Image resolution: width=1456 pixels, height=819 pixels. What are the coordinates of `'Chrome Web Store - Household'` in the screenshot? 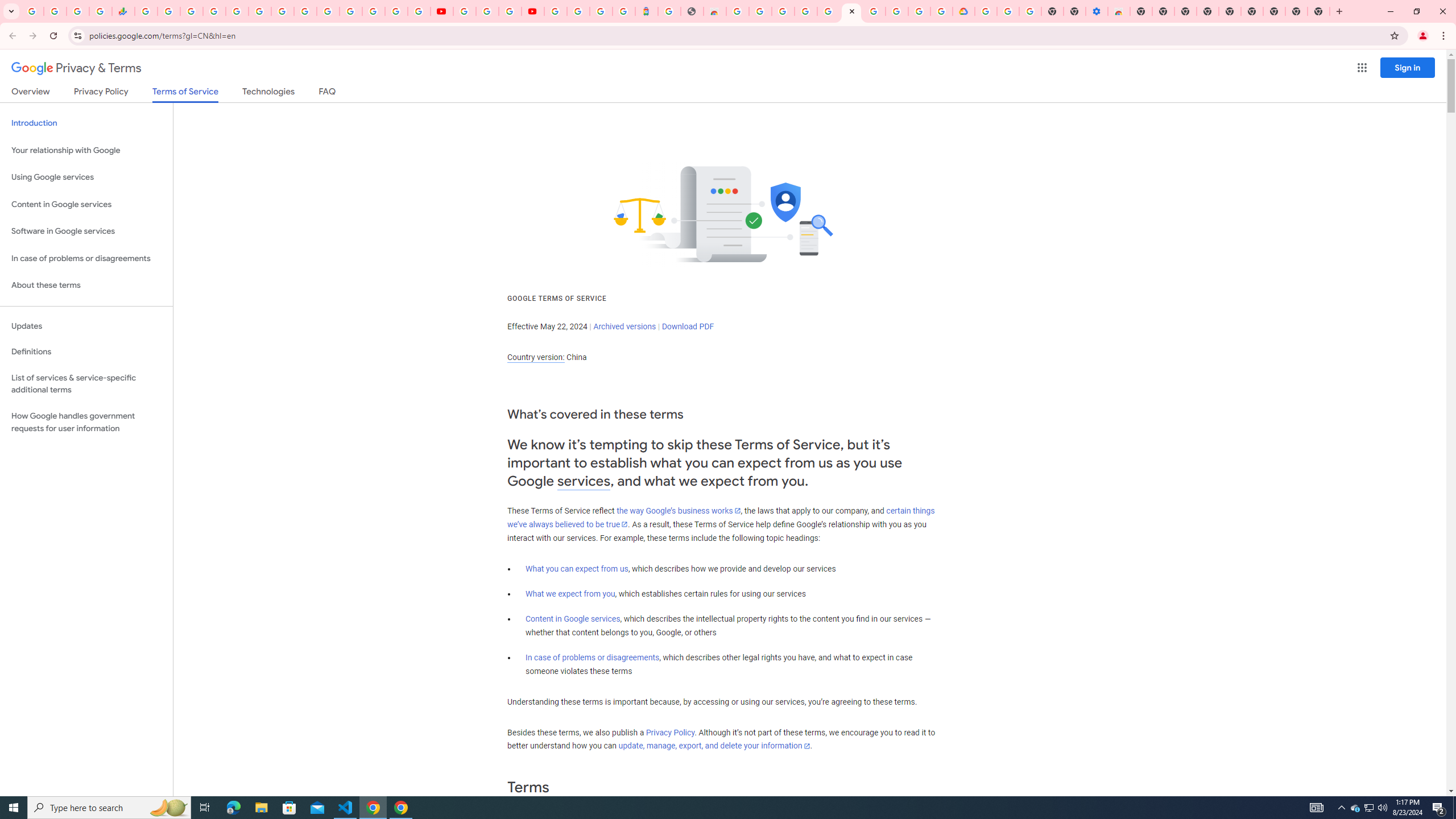 It's located at (714, 11).